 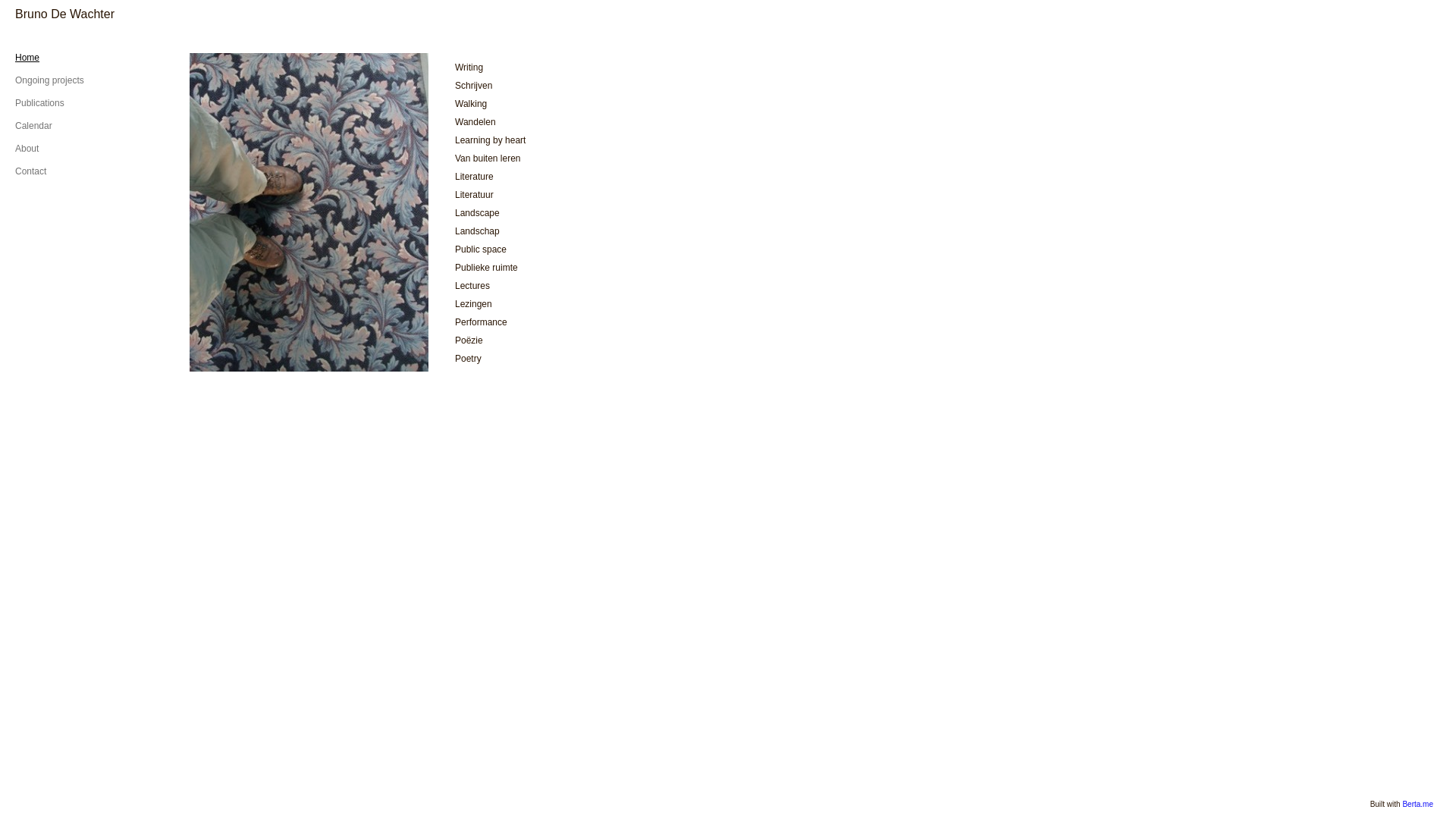 I want to click on 'Ongoing projects', so click(x=49, y=80).